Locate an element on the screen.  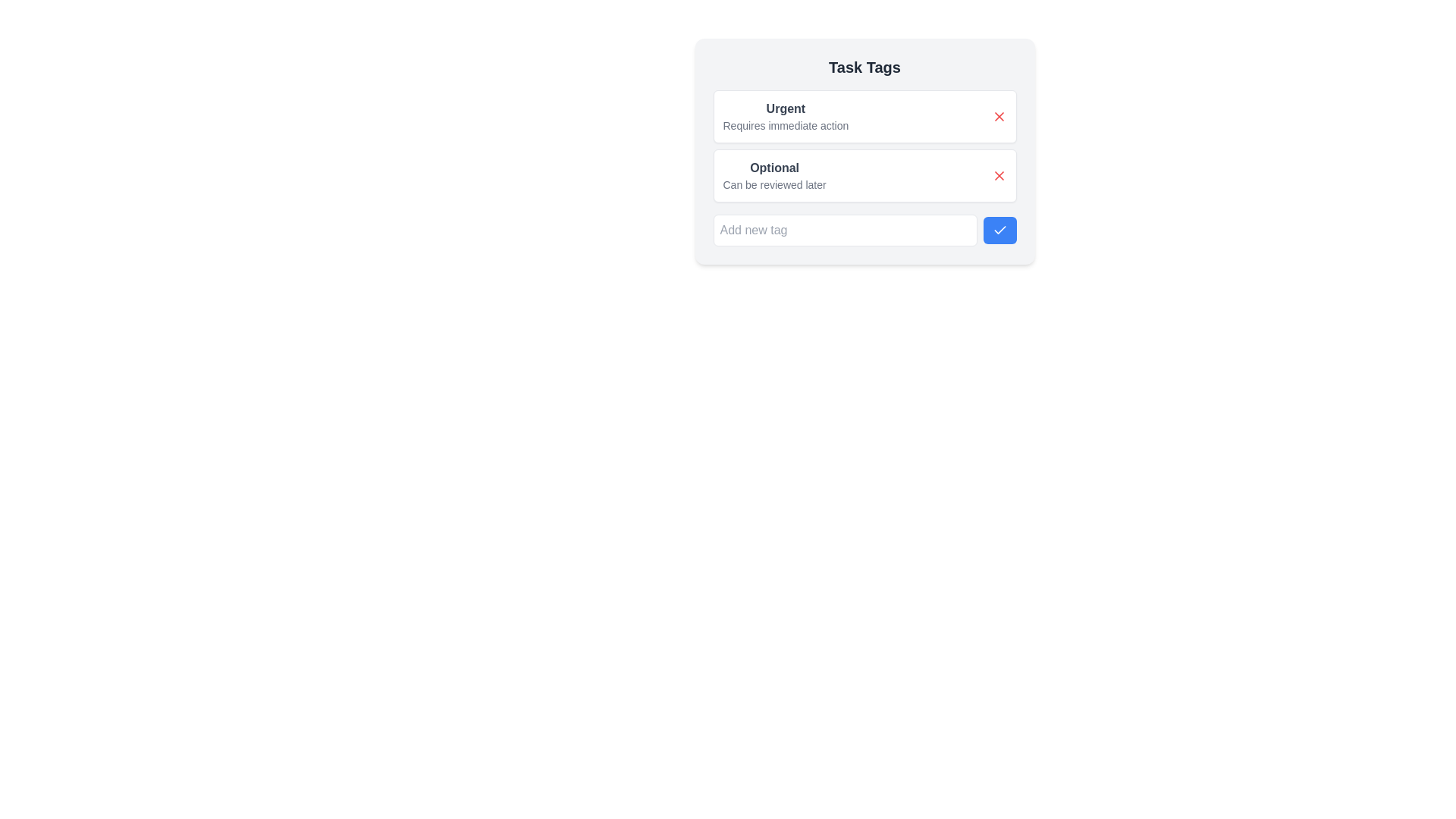
the bold text label reading 'Optional' in dark gray color, which is the first text element in the second card of the vertical list of tags is located at coordinates (774, 168).